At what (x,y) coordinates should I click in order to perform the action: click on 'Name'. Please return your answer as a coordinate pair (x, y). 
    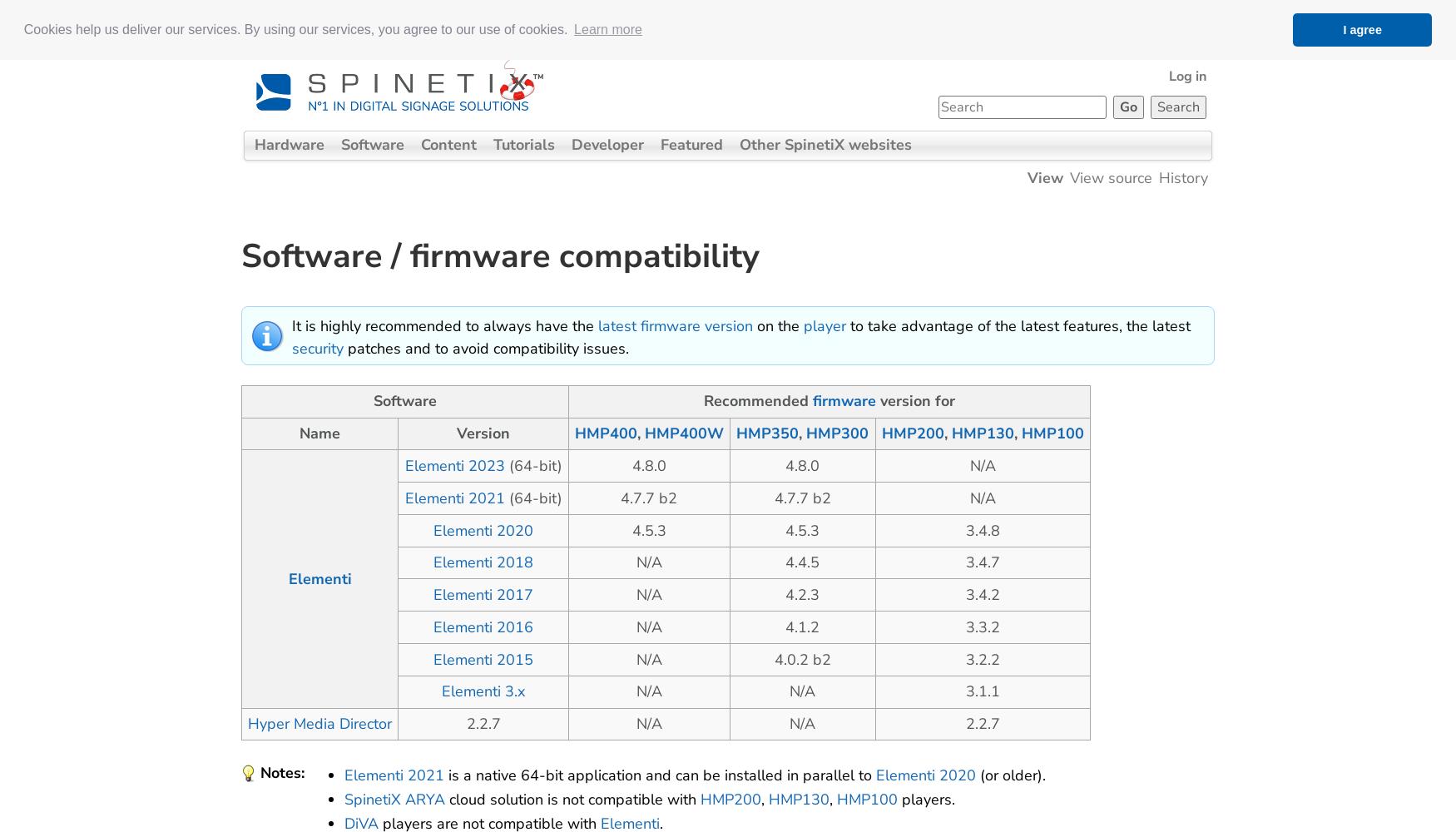
    Looking at the image, I should click on (319, 433).